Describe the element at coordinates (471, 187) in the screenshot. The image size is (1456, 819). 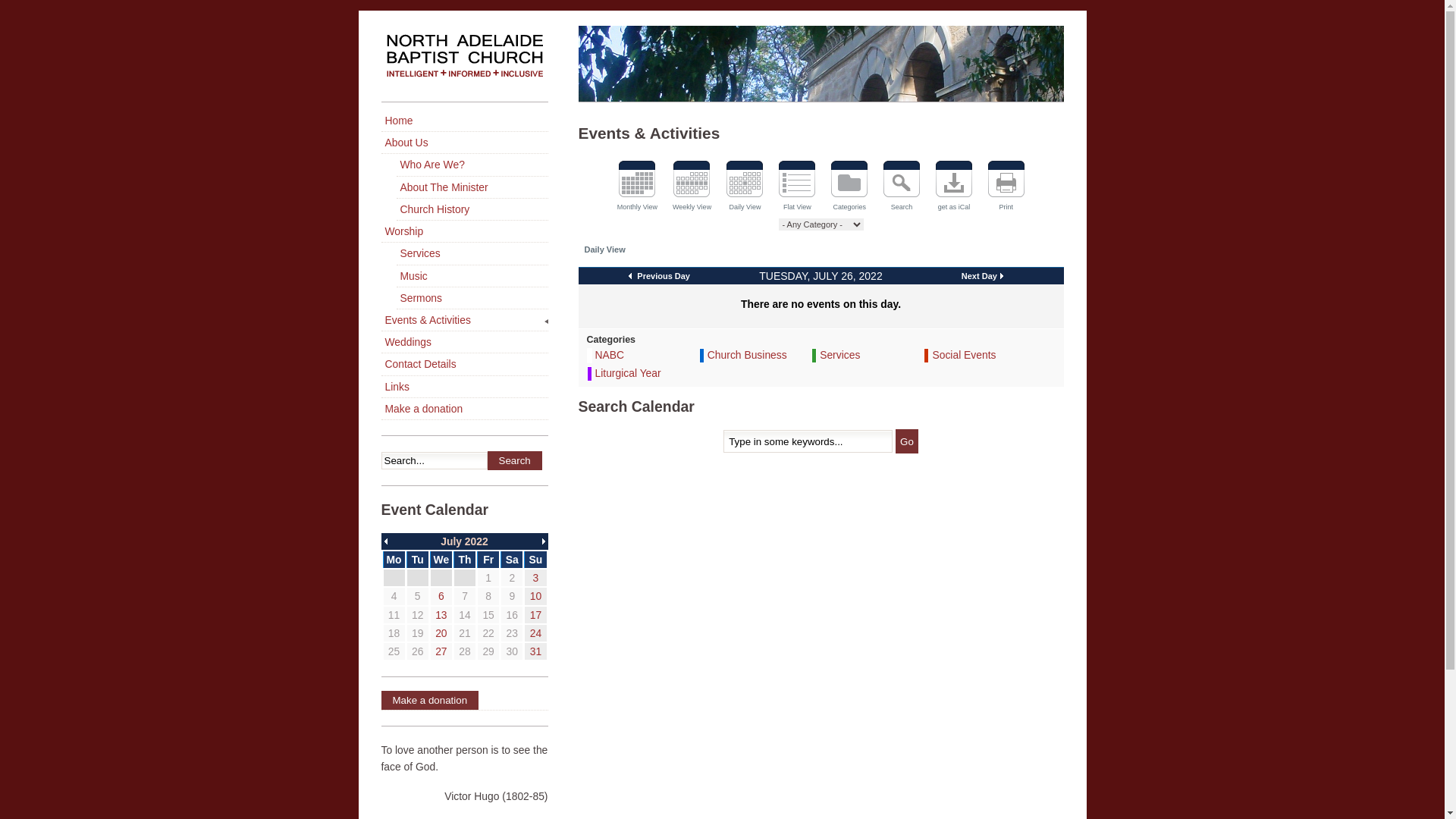
I see `'About The Minister'` at that location.